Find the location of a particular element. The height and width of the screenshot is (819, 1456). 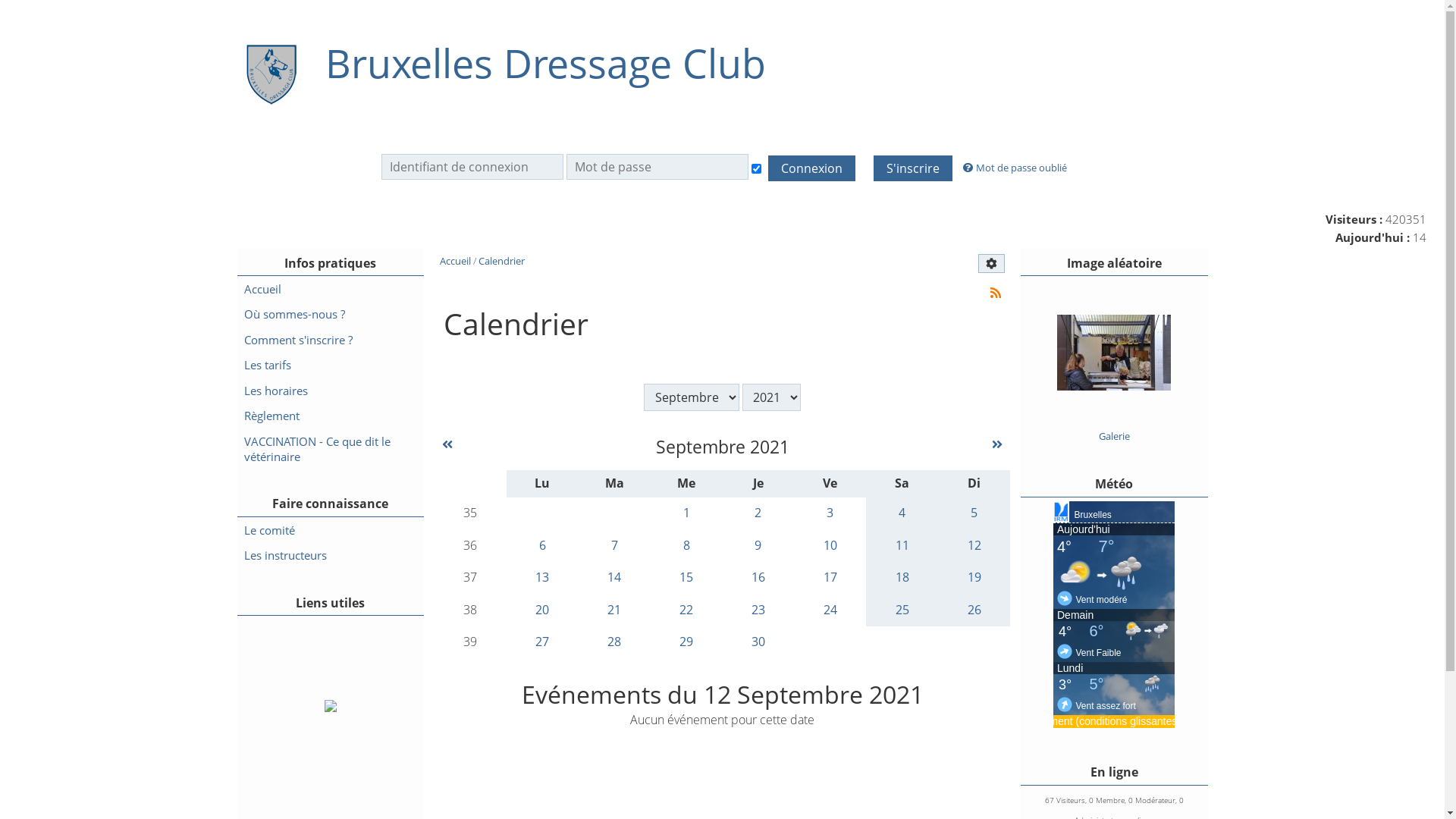

'13' is located at coordinates (542, 578).